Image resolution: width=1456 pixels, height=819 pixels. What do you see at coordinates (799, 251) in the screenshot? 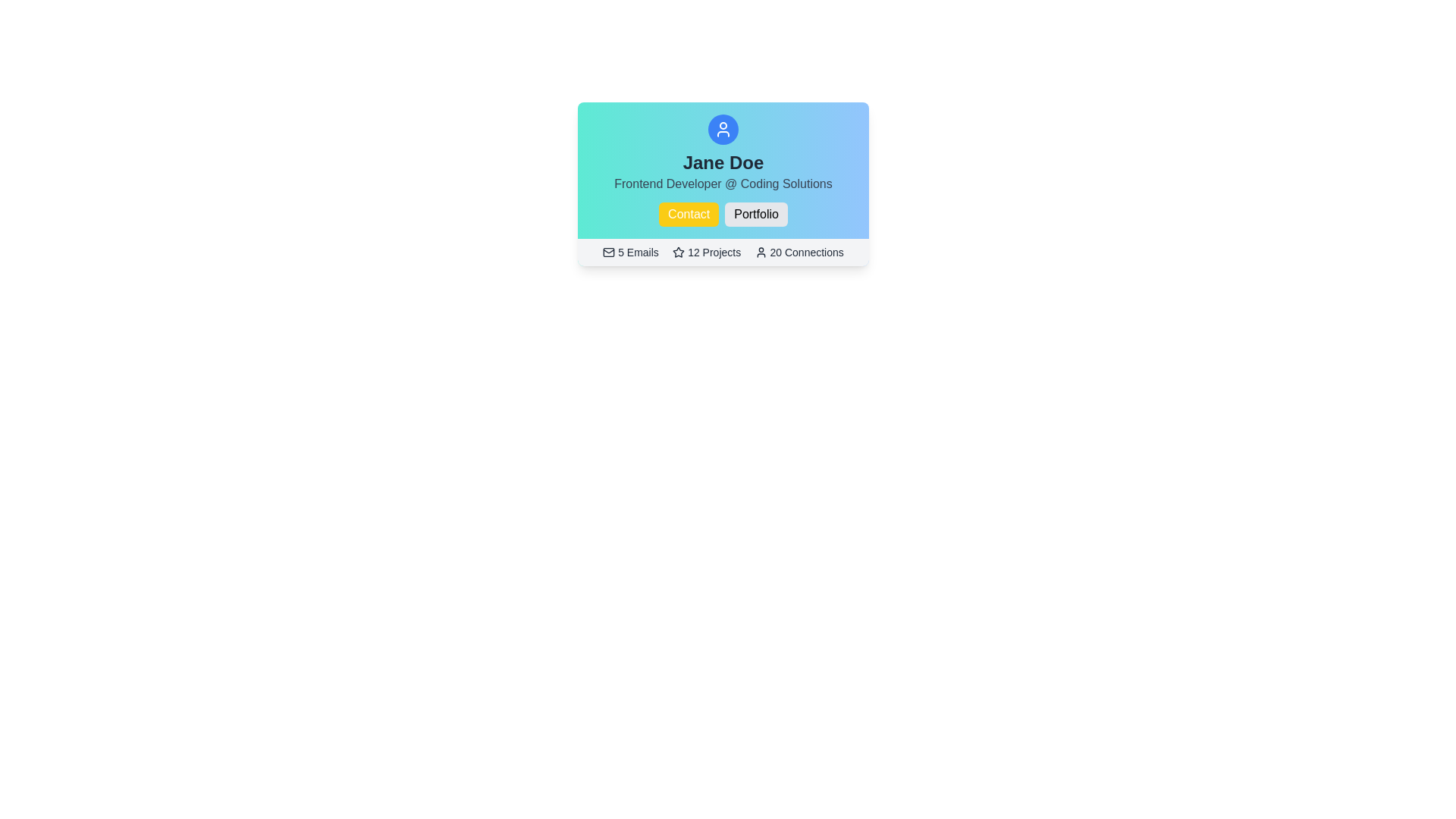
I see `the label displaying '20 Connections' with a user icon, which is the third element in a horizontally aligned row of three, located on the far right of the card` at bounding box center [799, 251].